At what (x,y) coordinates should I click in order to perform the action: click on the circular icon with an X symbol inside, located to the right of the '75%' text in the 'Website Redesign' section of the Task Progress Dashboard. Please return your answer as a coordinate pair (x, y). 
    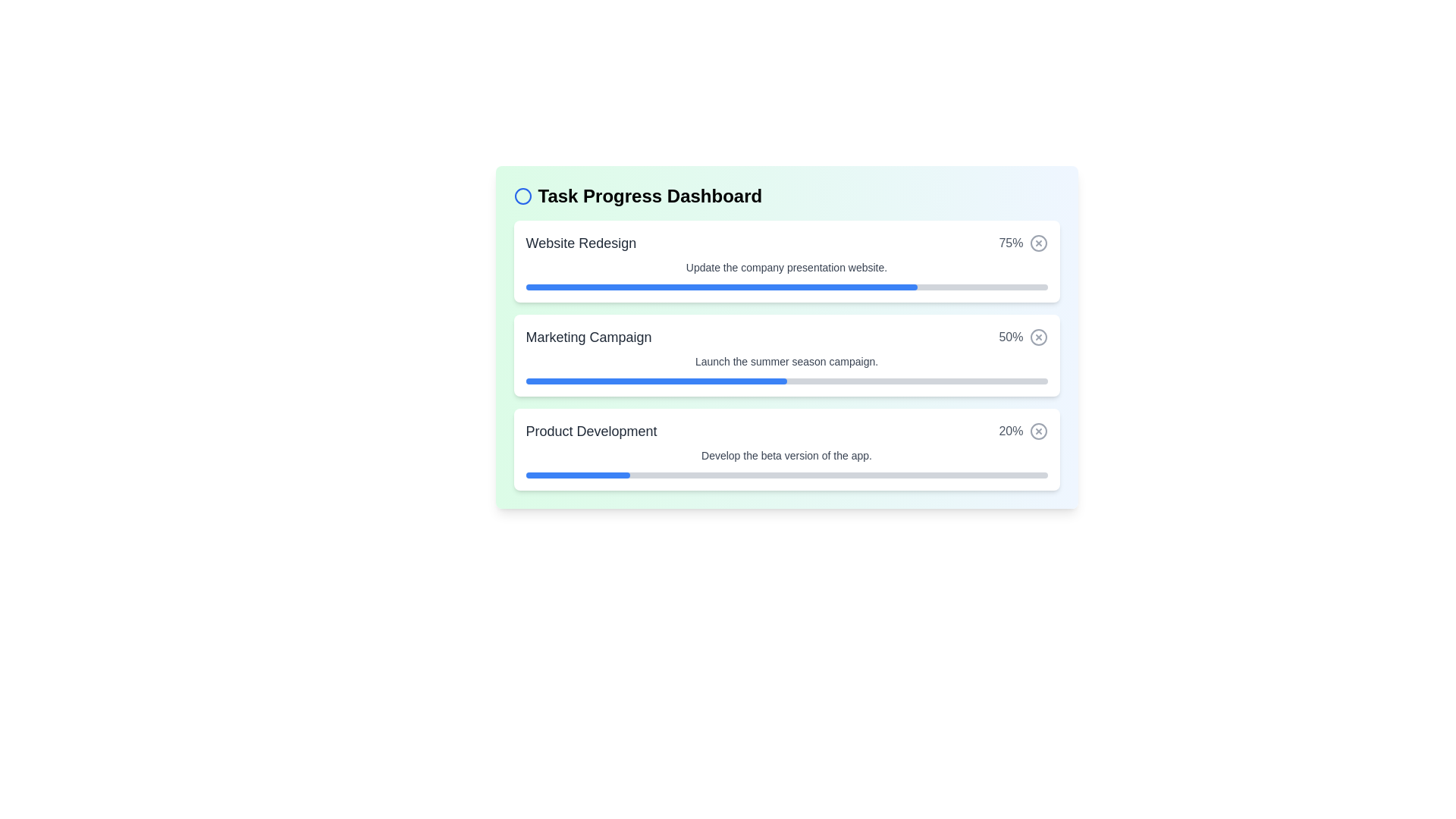
    Looking at the image, I should click on (1037, 242).